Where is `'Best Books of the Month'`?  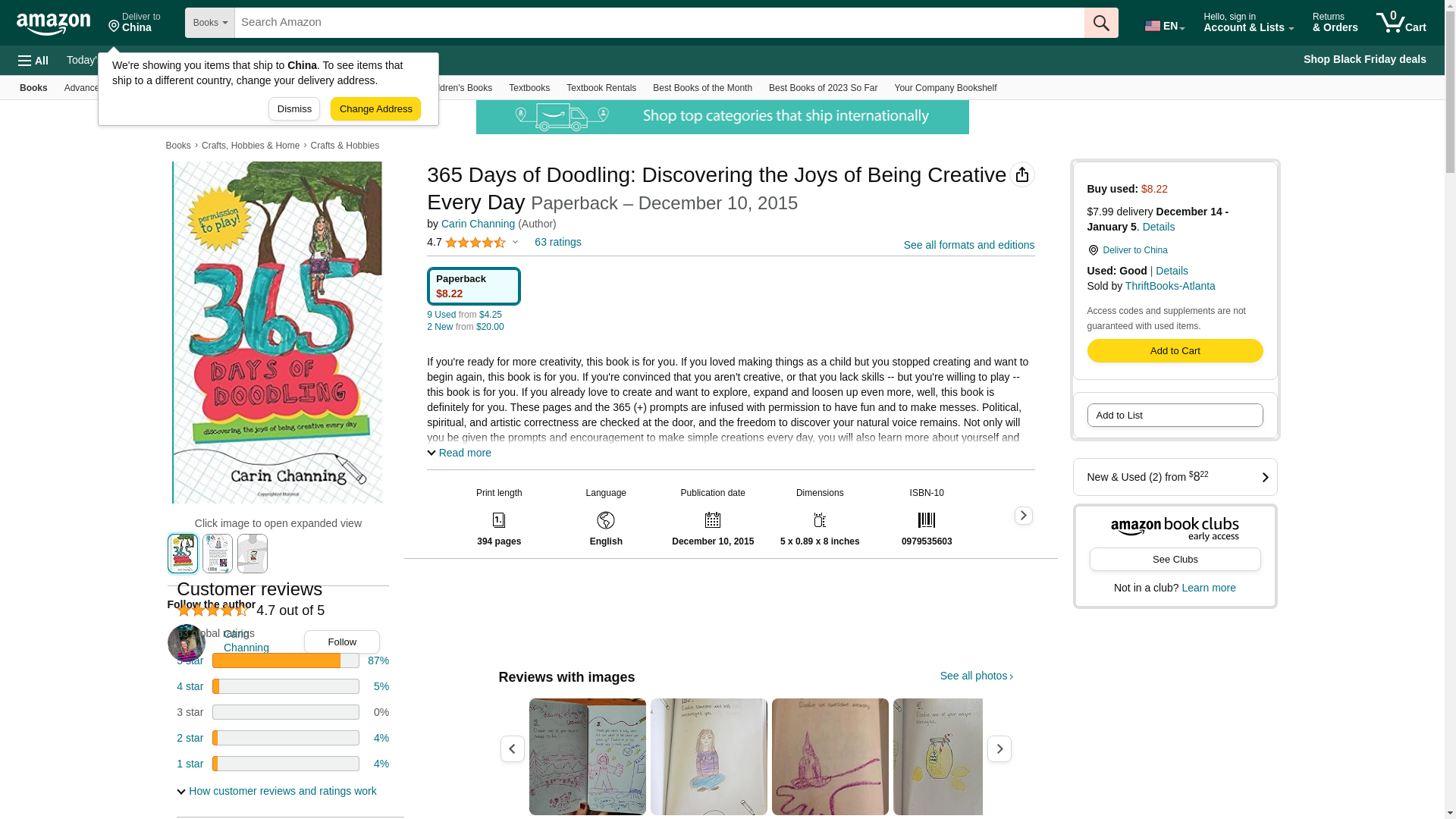
'Best Books of the Month' is located at coordinates (644, 87).